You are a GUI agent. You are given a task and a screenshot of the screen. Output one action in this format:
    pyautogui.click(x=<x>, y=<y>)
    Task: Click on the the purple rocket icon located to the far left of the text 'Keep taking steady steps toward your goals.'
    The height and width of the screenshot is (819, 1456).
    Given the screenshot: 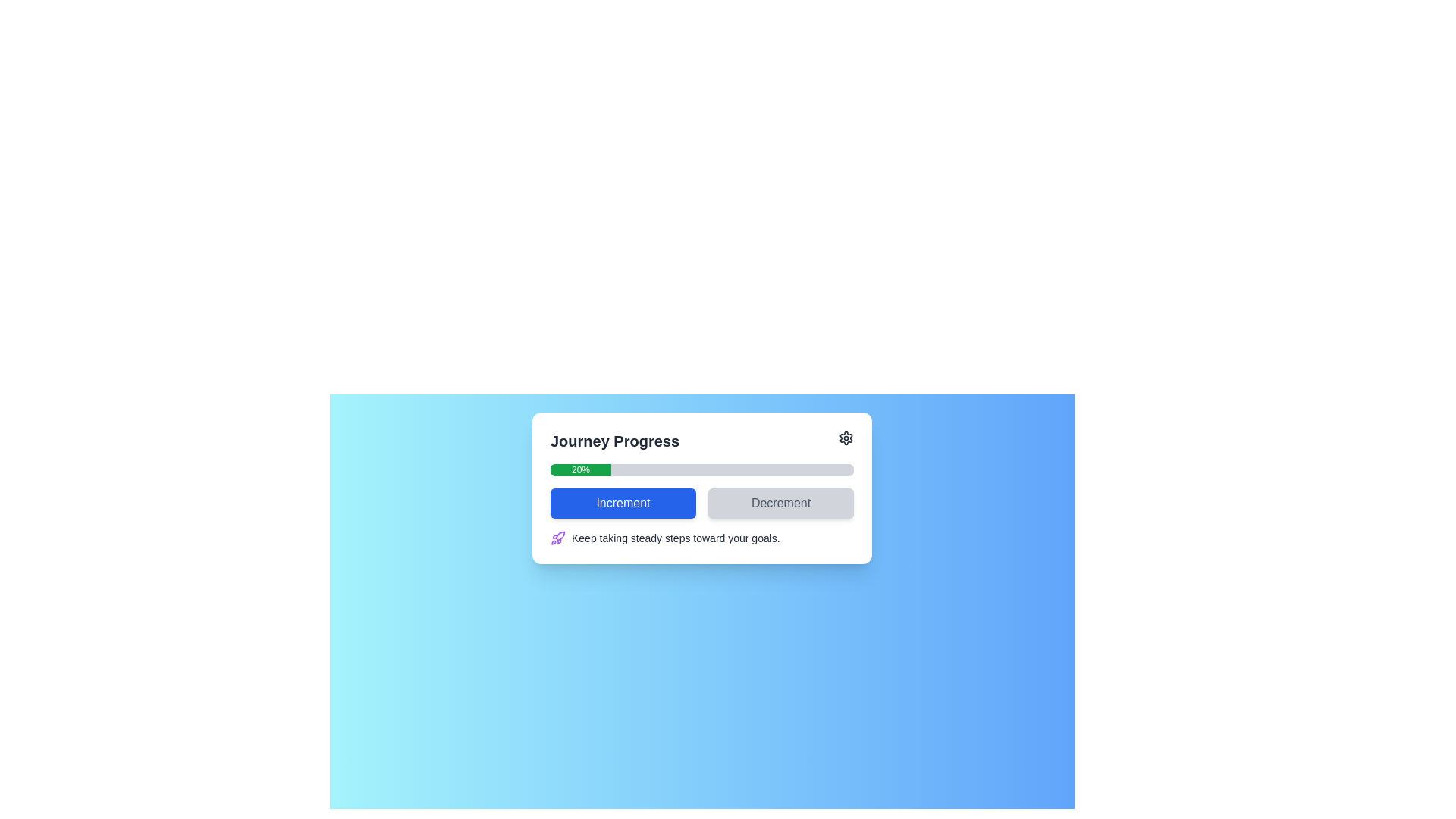 What is the action you would take?
    pyautogui.click(x=557, y=537)
    